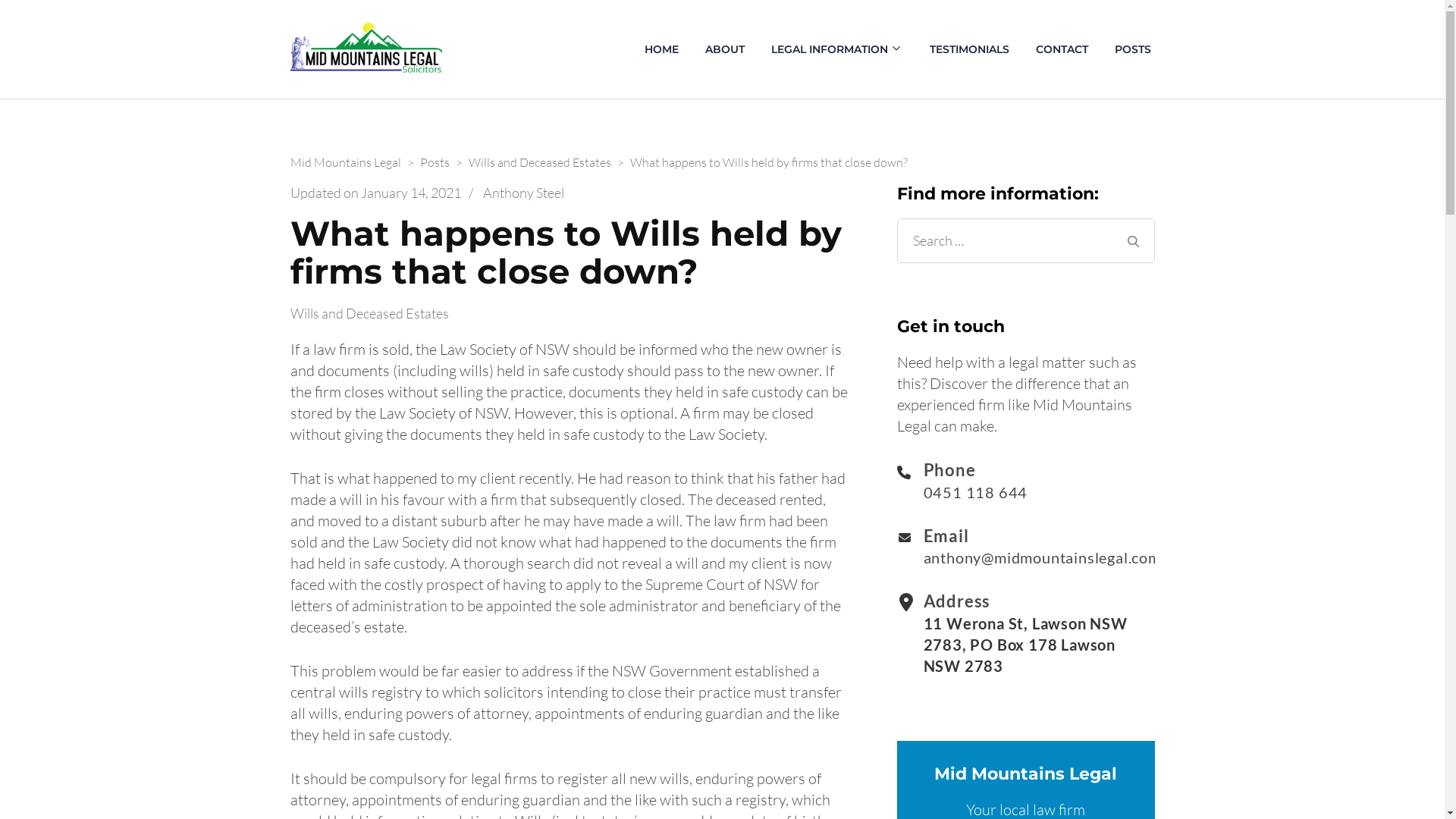 The image size is (1456, 819). Describe the element at coordinates (767, 49) in the screenshot. I see `'LEGAL INFORMATION'` at that location.